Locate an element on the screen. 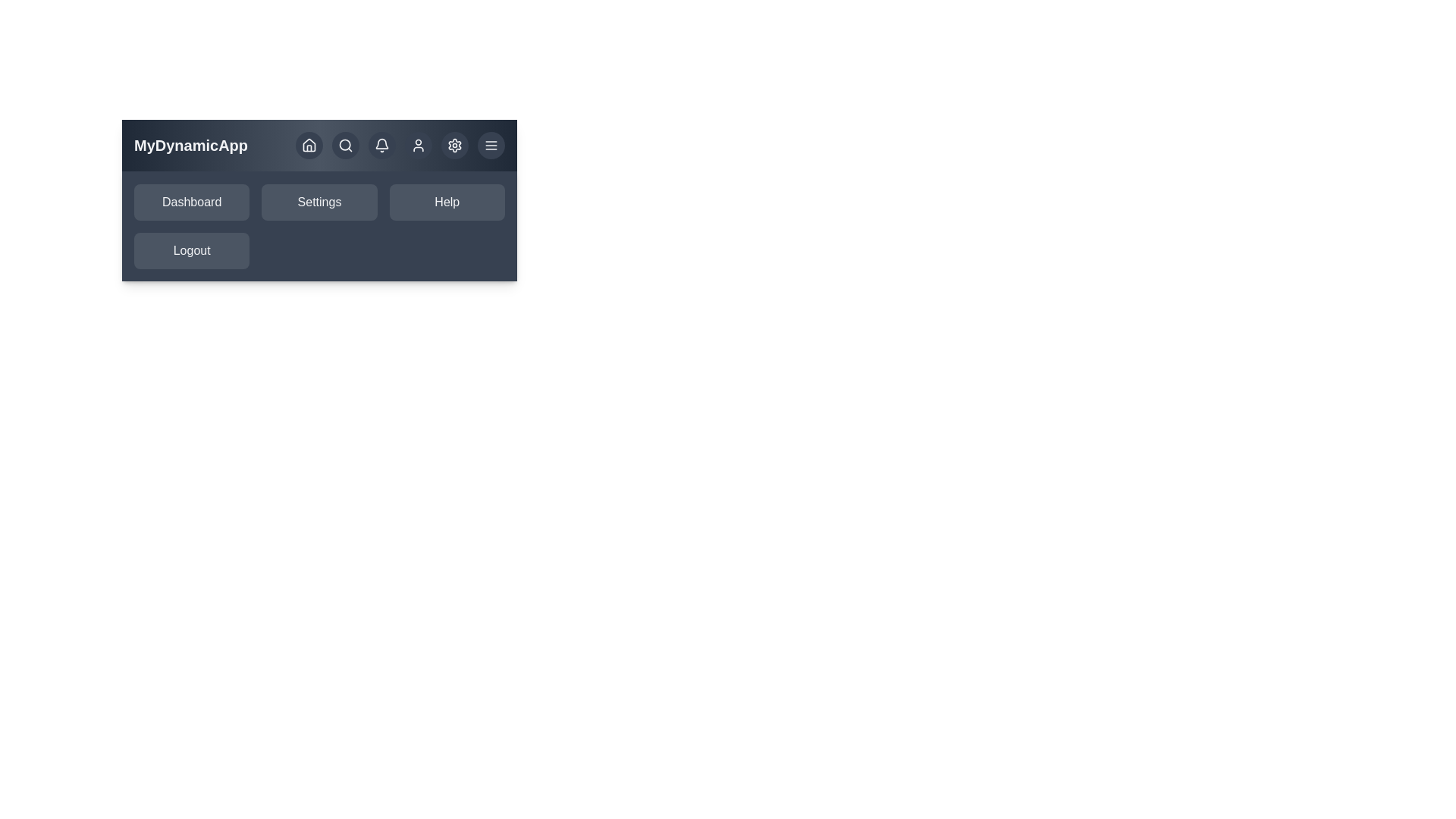 This screenshot has height=819, width=1456. the Settings from the menu is located at coordinates (318, 201).